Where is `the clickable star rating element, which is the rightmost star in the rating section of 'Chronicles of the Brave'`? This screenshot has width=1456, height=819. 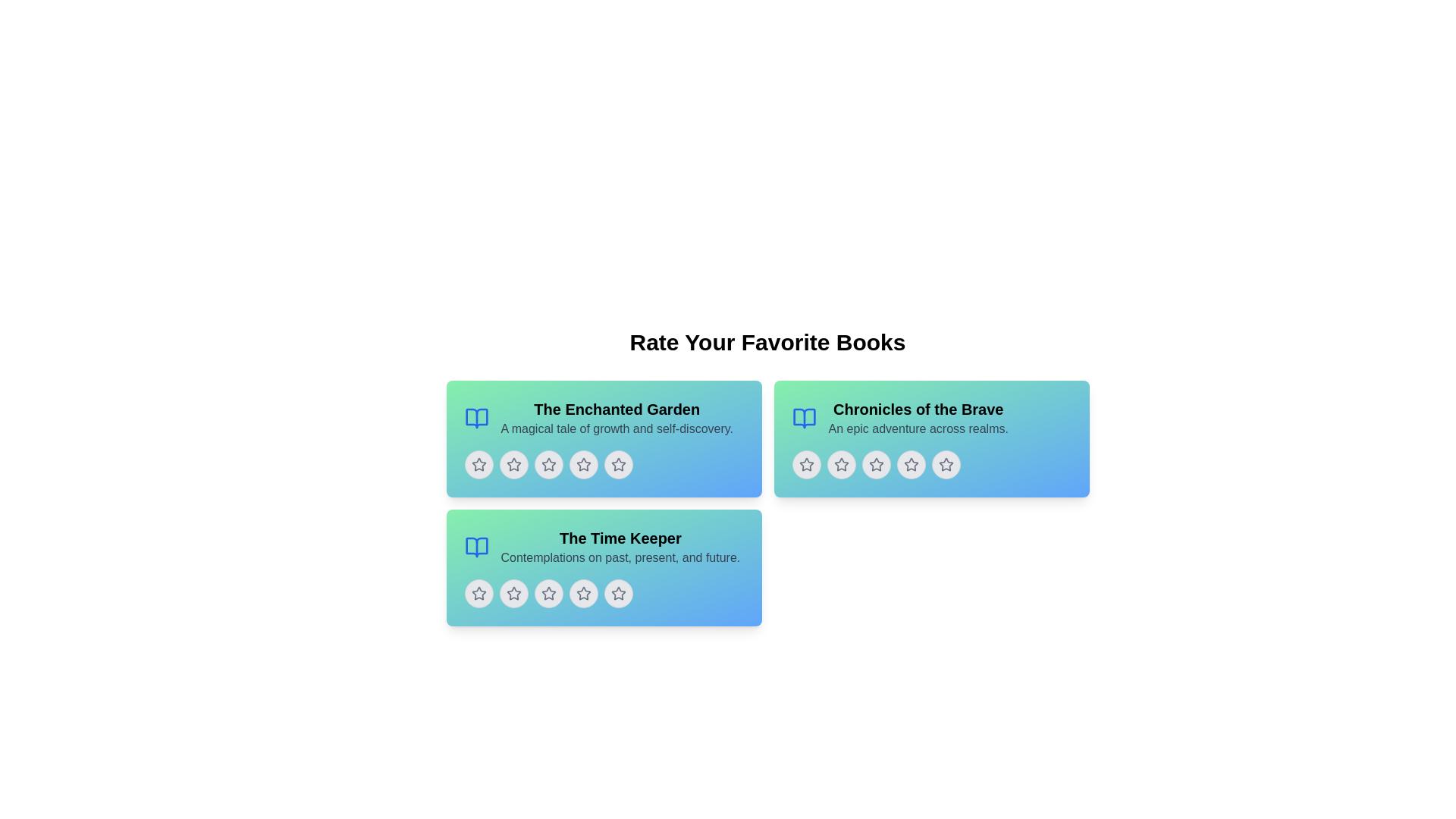 the clickable star rating element, which is the rightmost star in the rating section of 'Chronicles of the Brave' is located at coordinates (945, 464).